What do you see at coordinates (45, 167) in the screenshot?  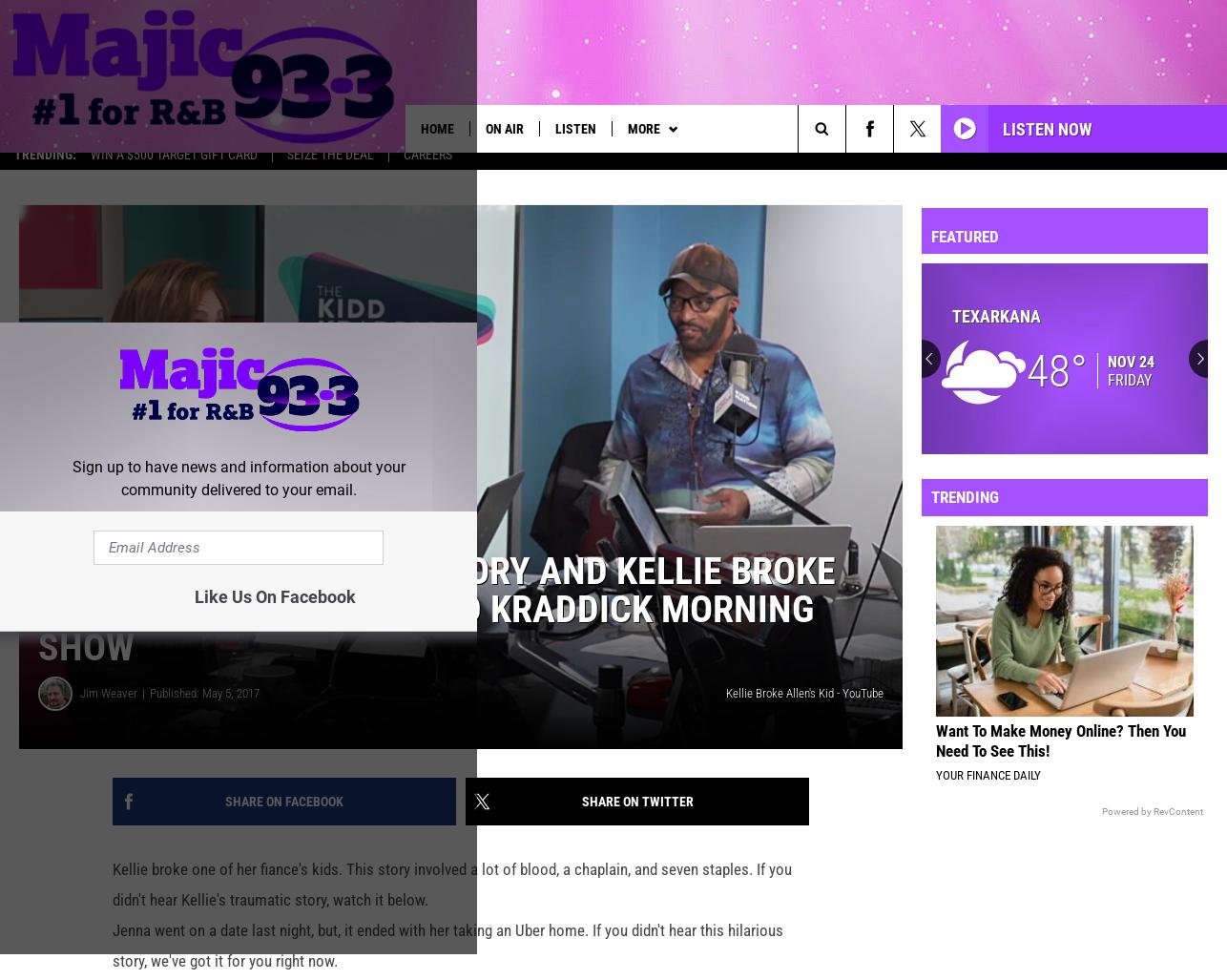 I see `'TRENDING:'` at bounding box center [45, 167].